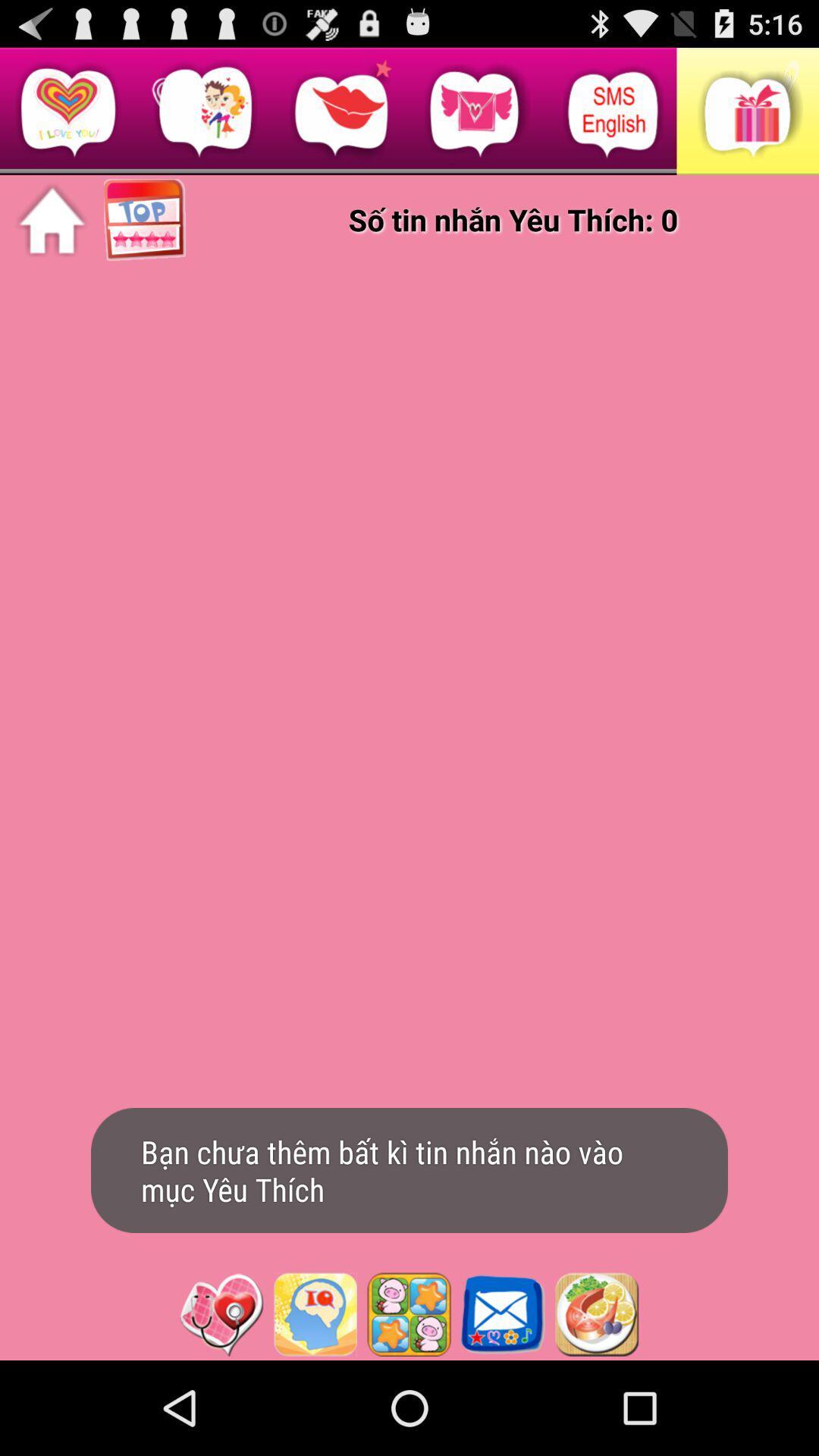  I want to click on see messages, so click(503, 1313).